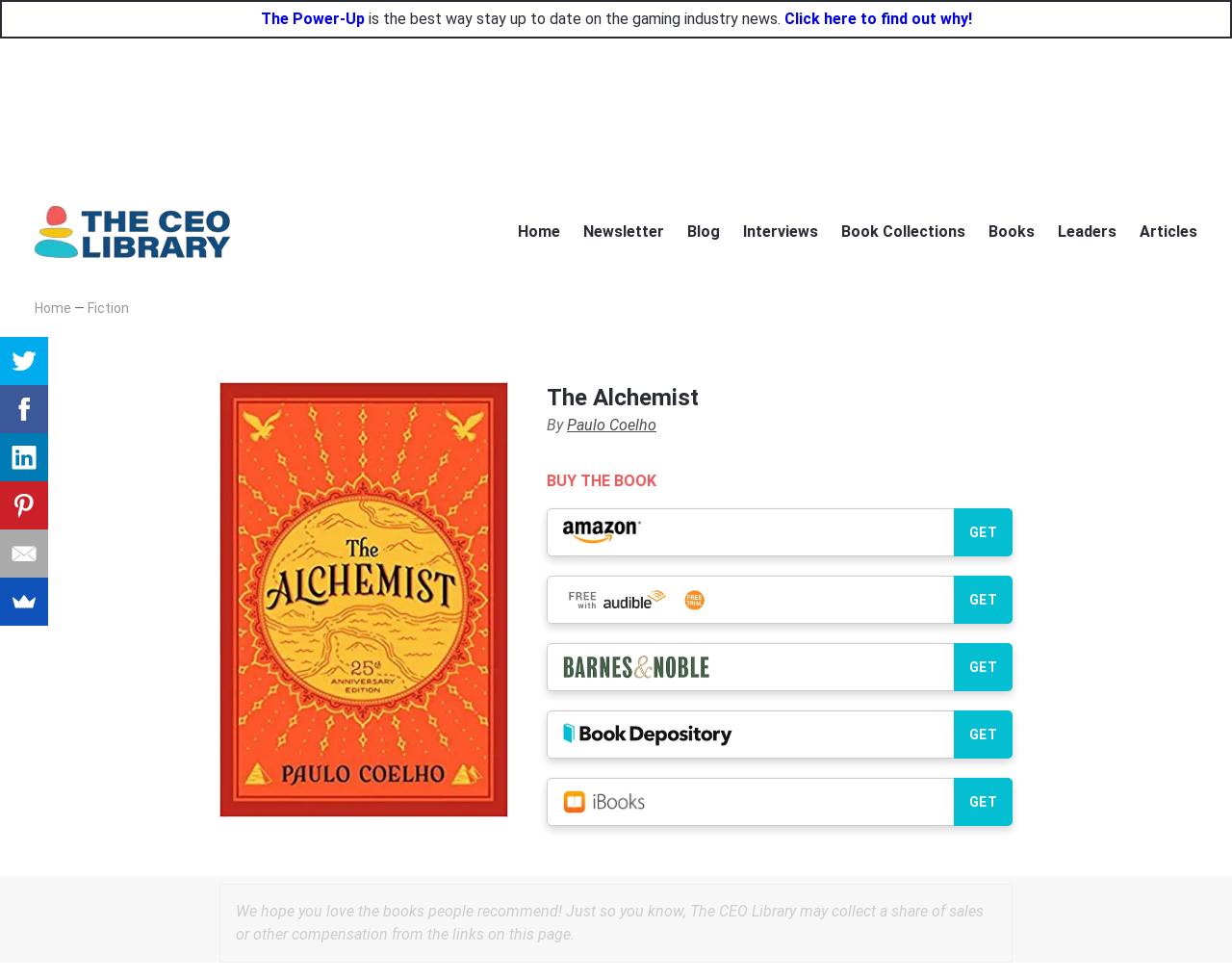 Image resolution: width=1232 pixels, height=980 pixels. I want to click on 'Books', so click(1011, 229).